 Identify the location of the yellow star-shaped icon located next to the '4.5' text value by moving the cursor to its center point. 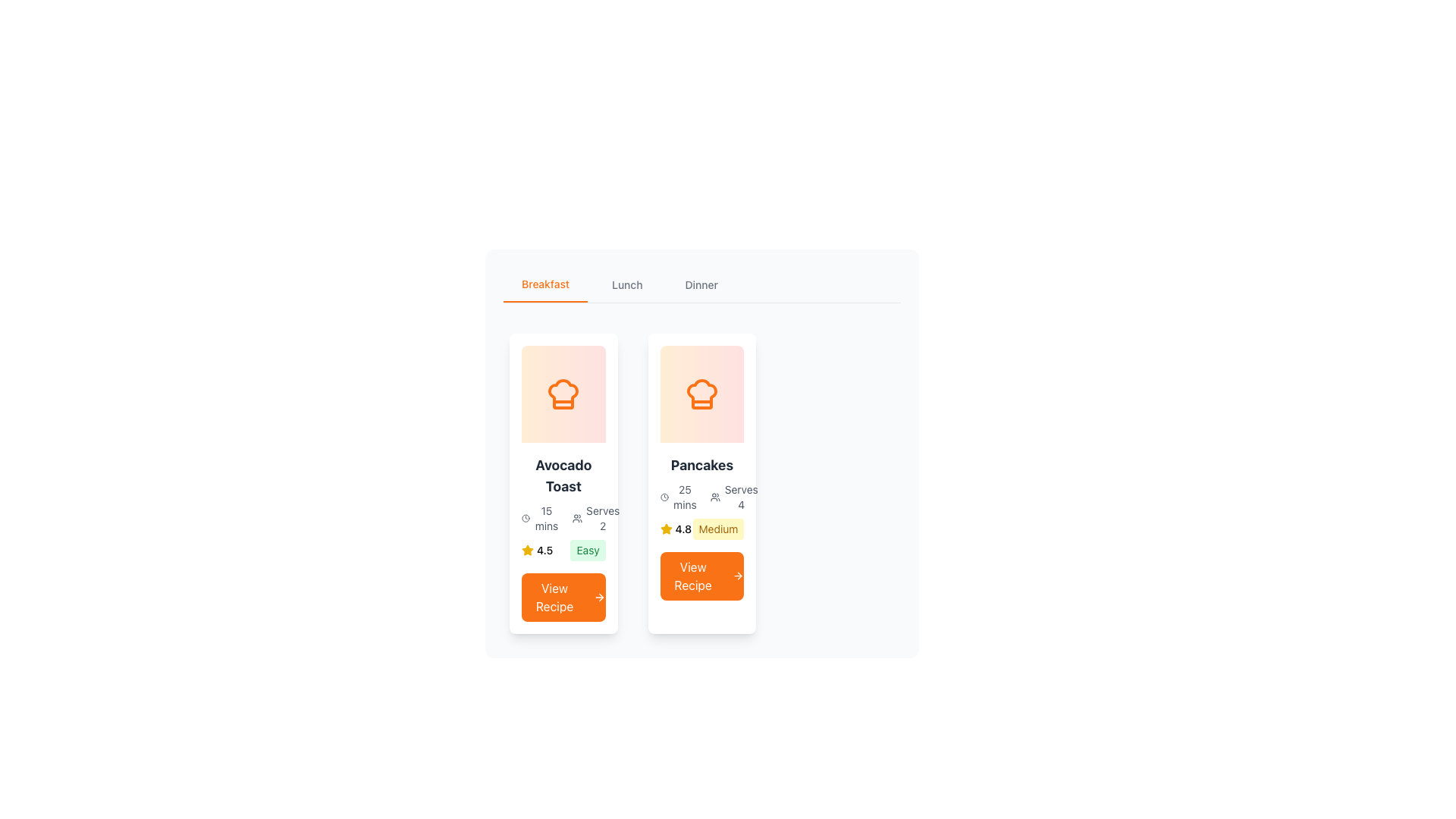
(528, 550).